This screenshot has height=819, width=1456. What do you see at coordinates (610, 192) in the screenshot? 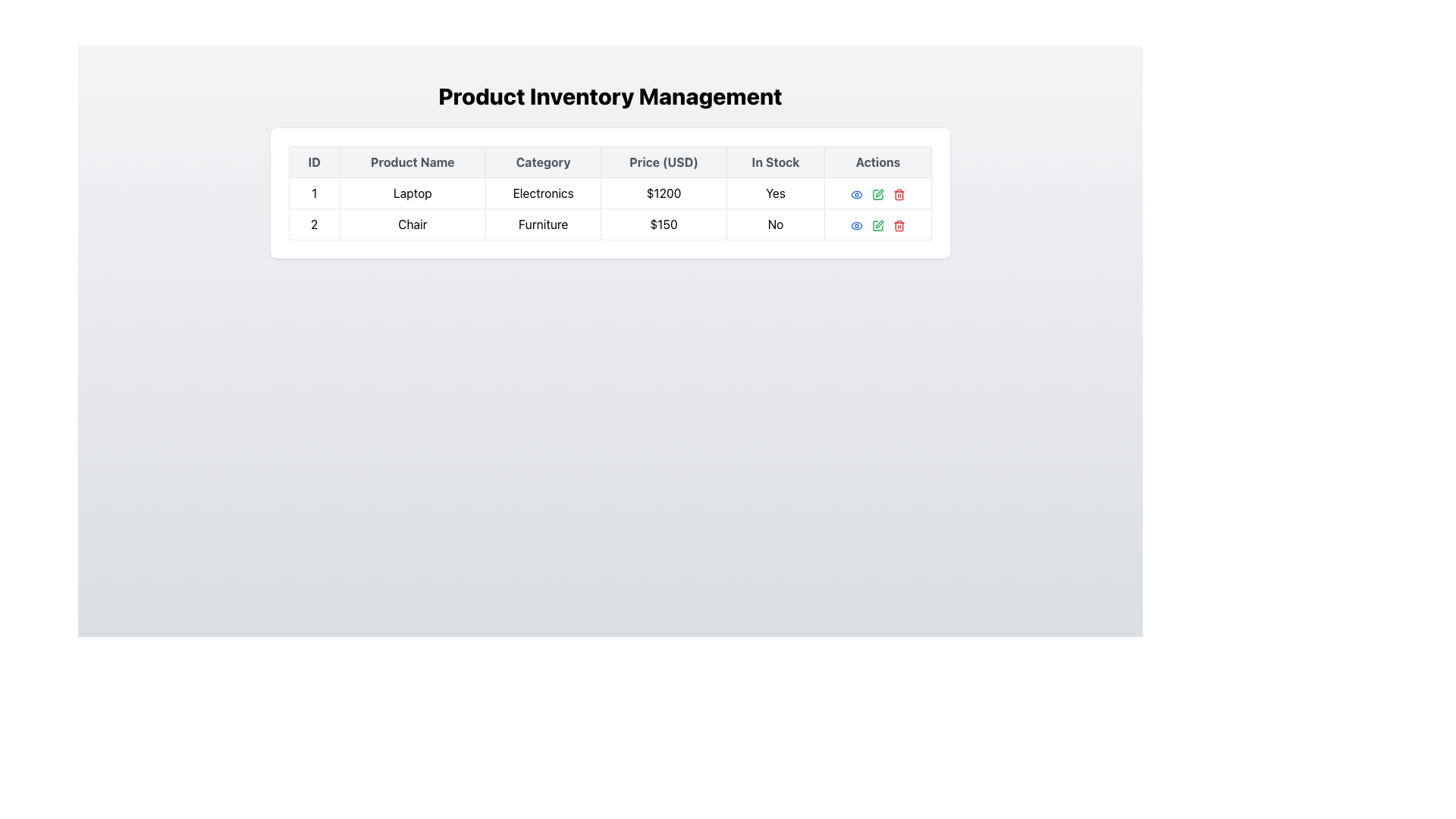
I see `the data table cell displaying product information` at bounding box center [610, 192].